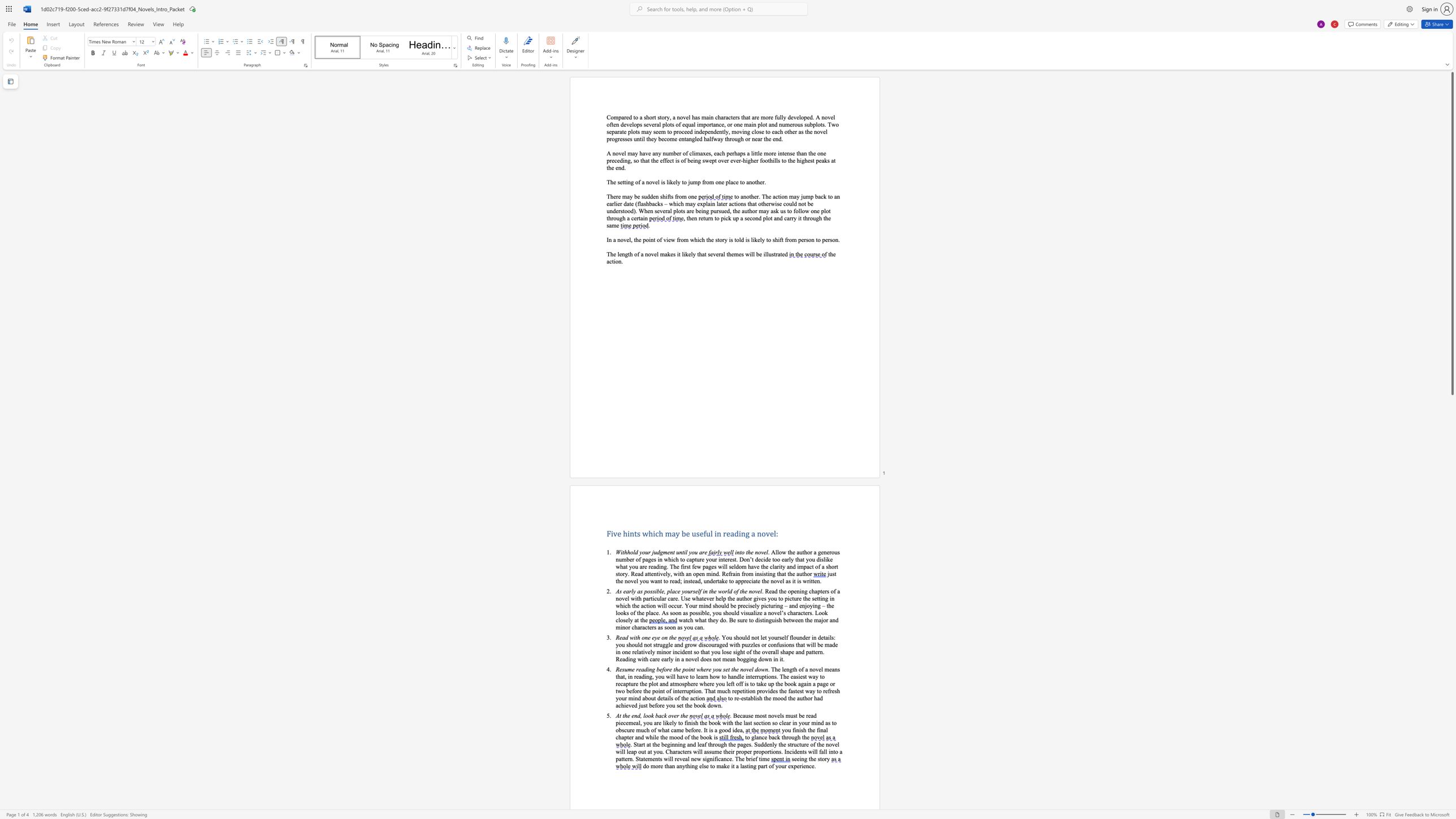  What do you see at coordinates (757, 552) in the screenshot?
I see `the space between the continuous character "n" and "o" in the text` at bounding box center [757, 552].